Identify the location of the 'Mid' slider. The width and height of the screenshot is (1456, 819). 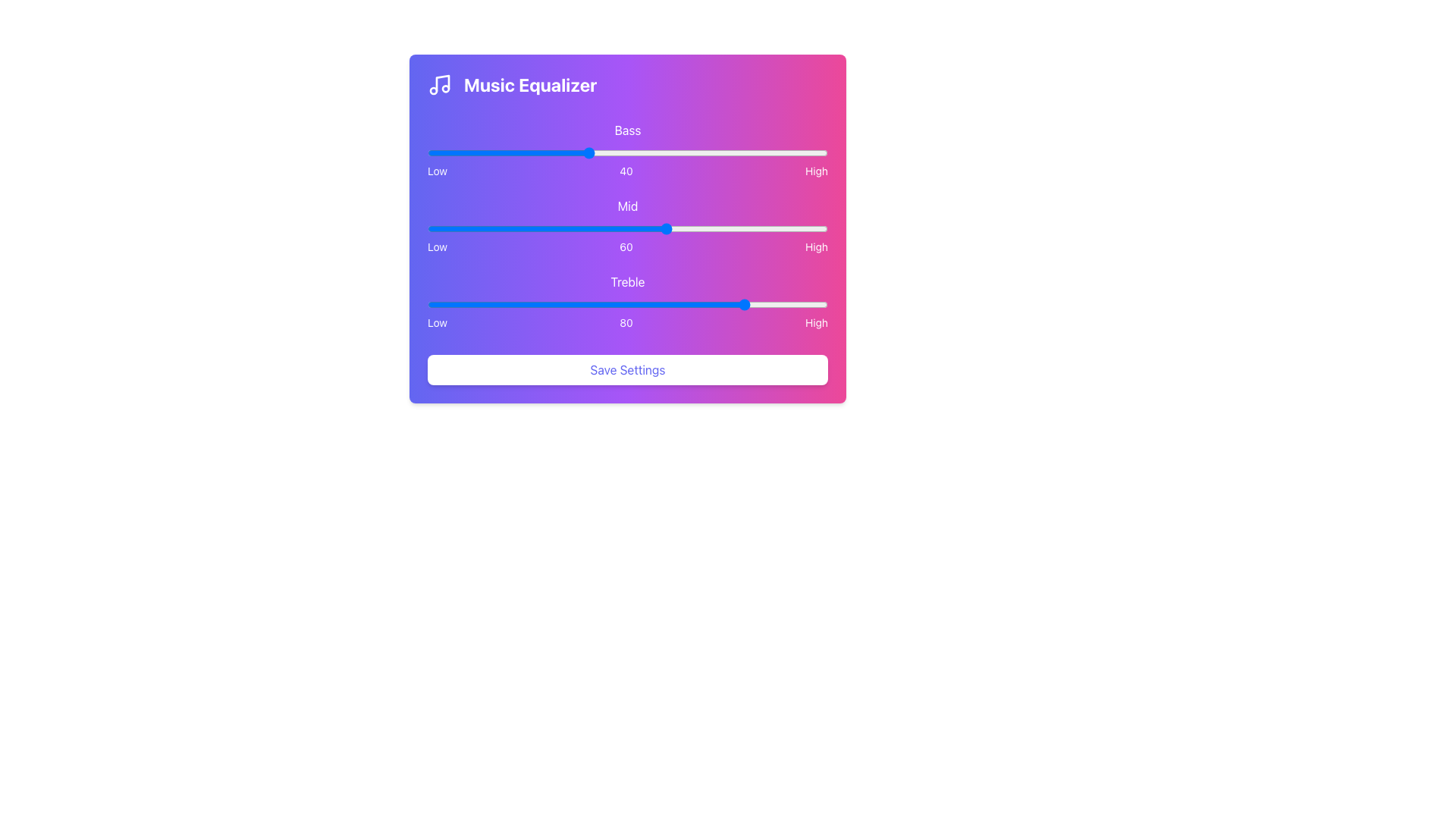
(471, 228).